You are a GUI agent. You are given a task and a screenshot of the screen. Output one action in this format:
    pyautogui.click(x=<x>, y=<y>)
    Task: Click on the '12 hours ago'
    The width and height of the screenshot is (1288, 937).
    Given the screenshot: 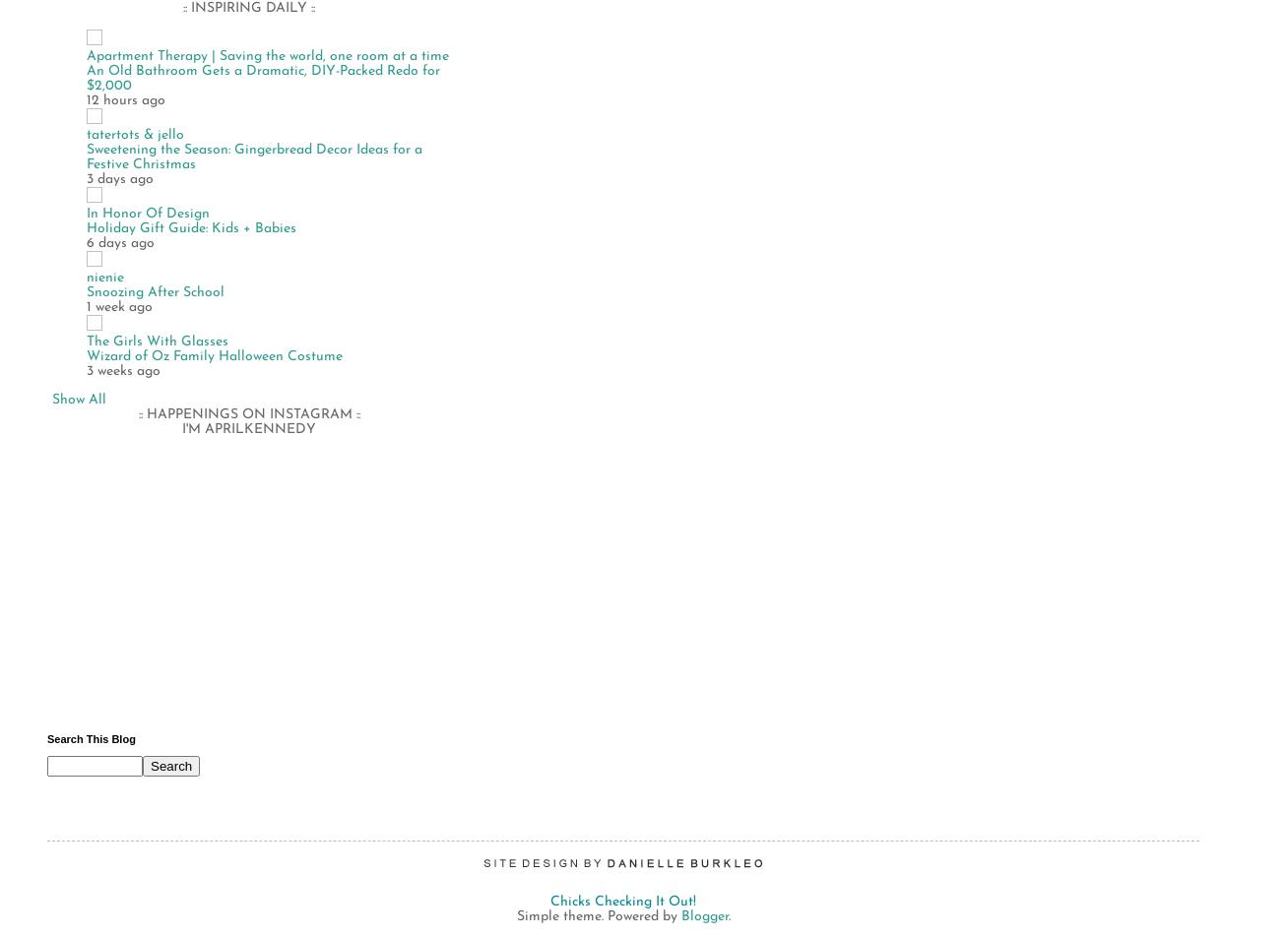 What is the action you would take?
    pyautogui.click(x=125, y=99)
    